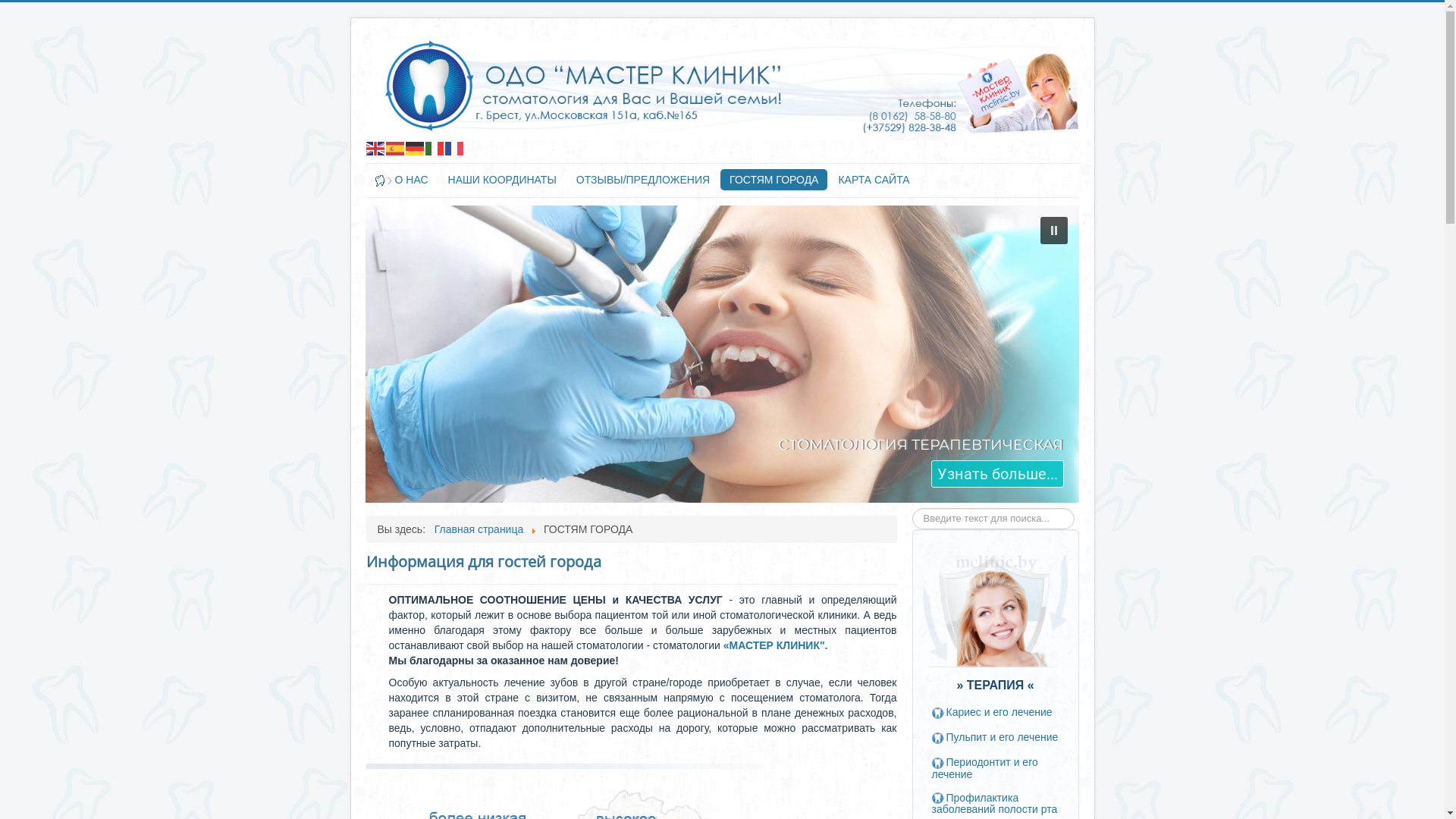 The image size is (1456, 819). Describe the element at coordinates (433, 148) in the screenshot. I see `'Italiano'` at that location.